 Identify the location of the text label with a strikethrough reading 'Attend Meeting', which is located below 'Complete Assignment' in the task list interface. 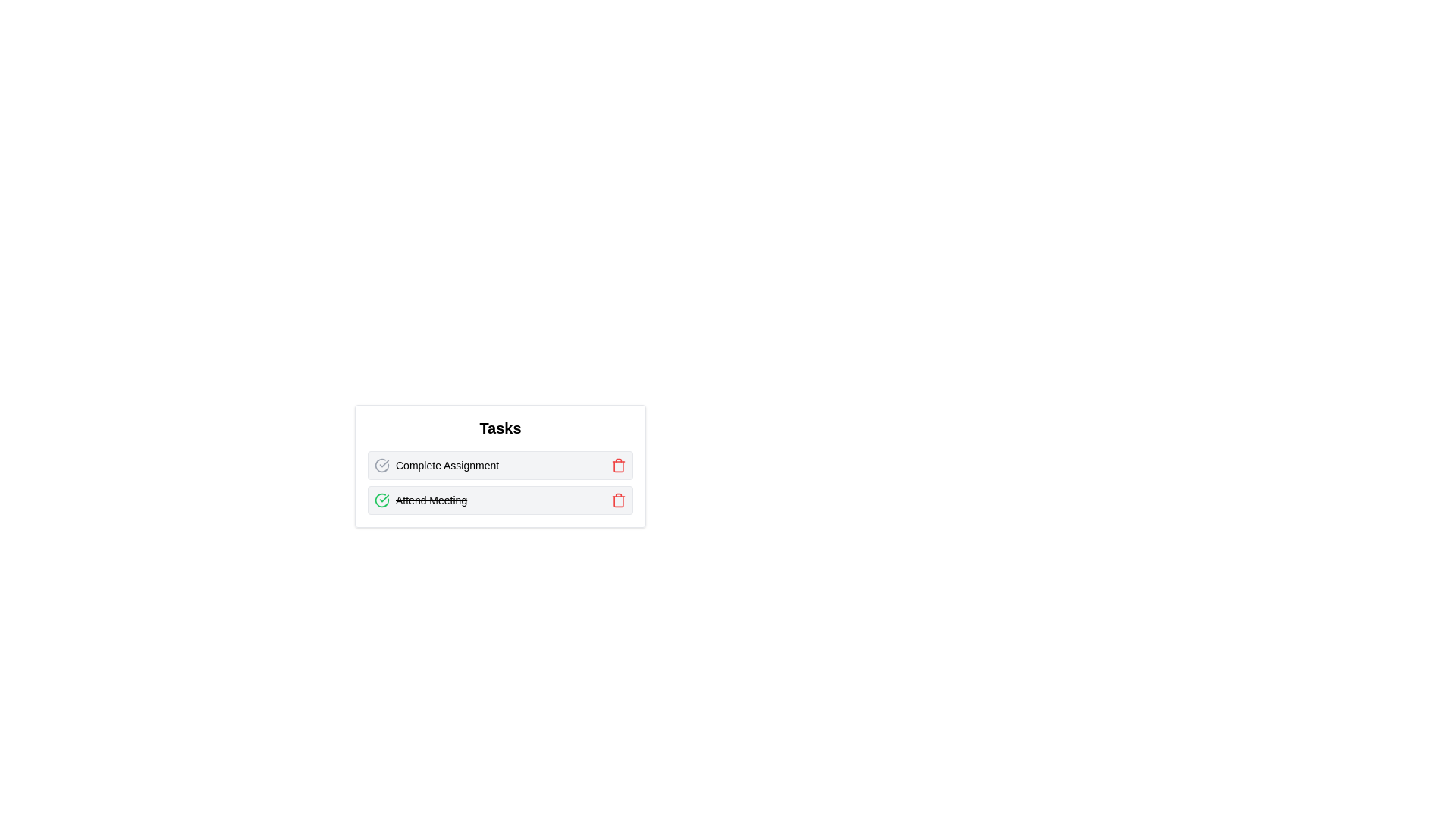
(431, 500).